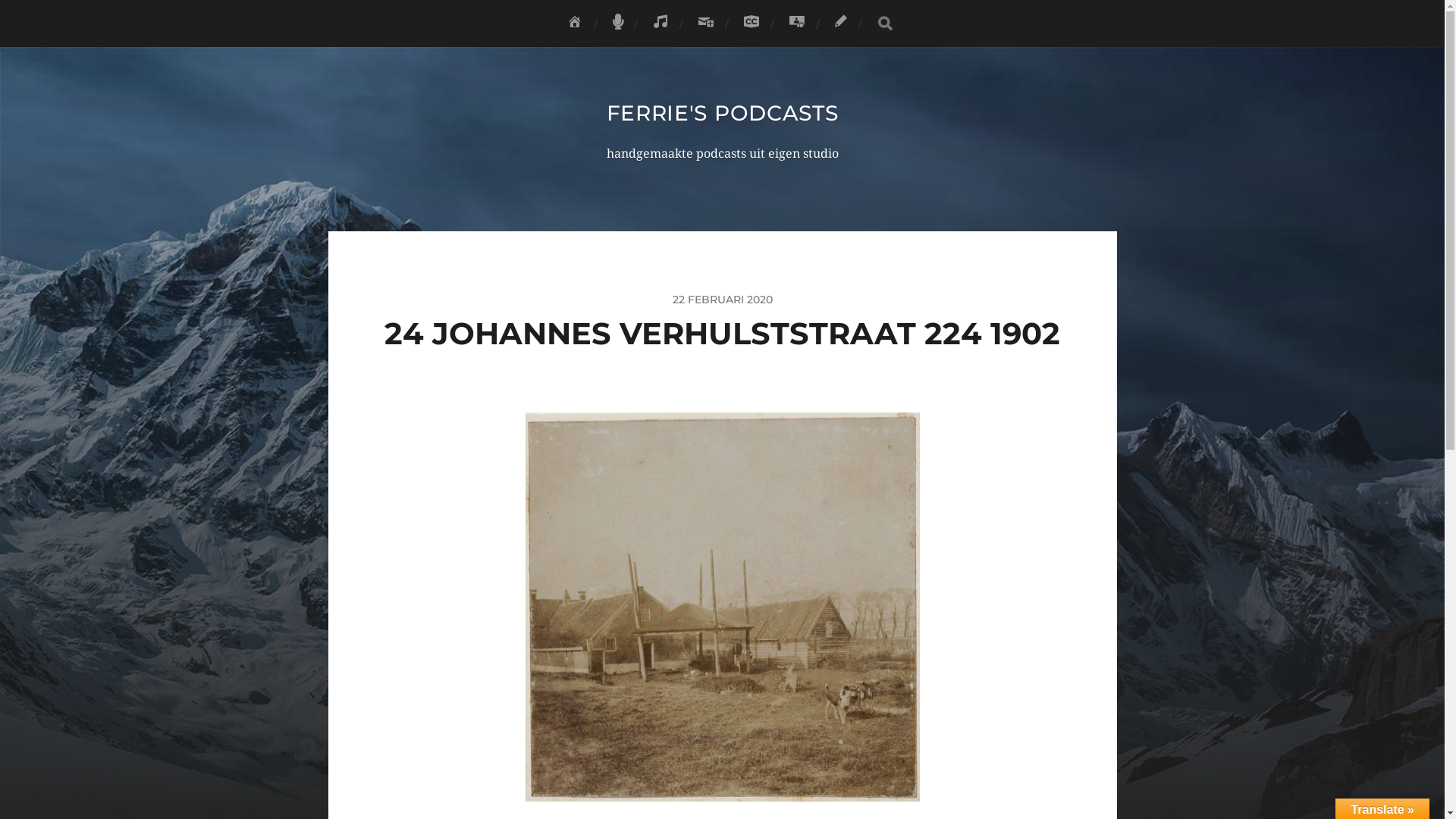 This screenshot has height=819, width=1456. What do you see at coordinates (839, 23) in the screenshot?
I see `'CONTACT'` at bounding box center [839, 23].